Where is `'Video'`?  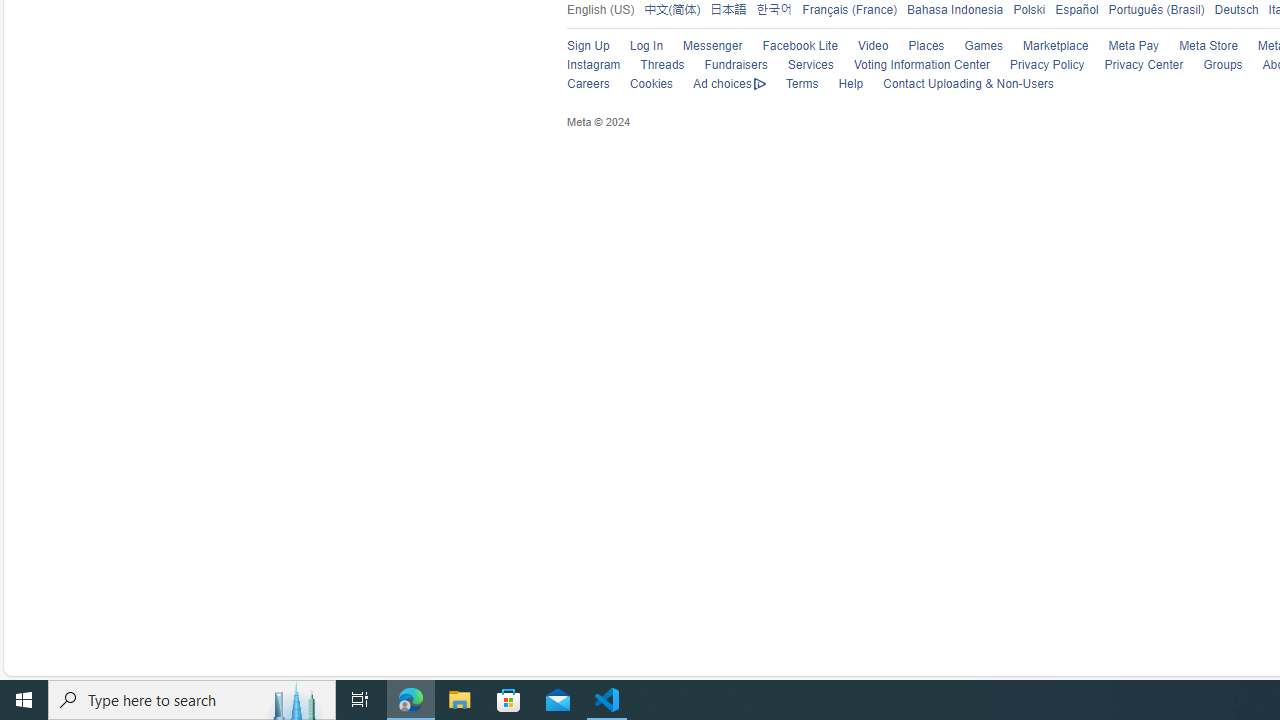 'Video' is located at coordinates (873, 45).